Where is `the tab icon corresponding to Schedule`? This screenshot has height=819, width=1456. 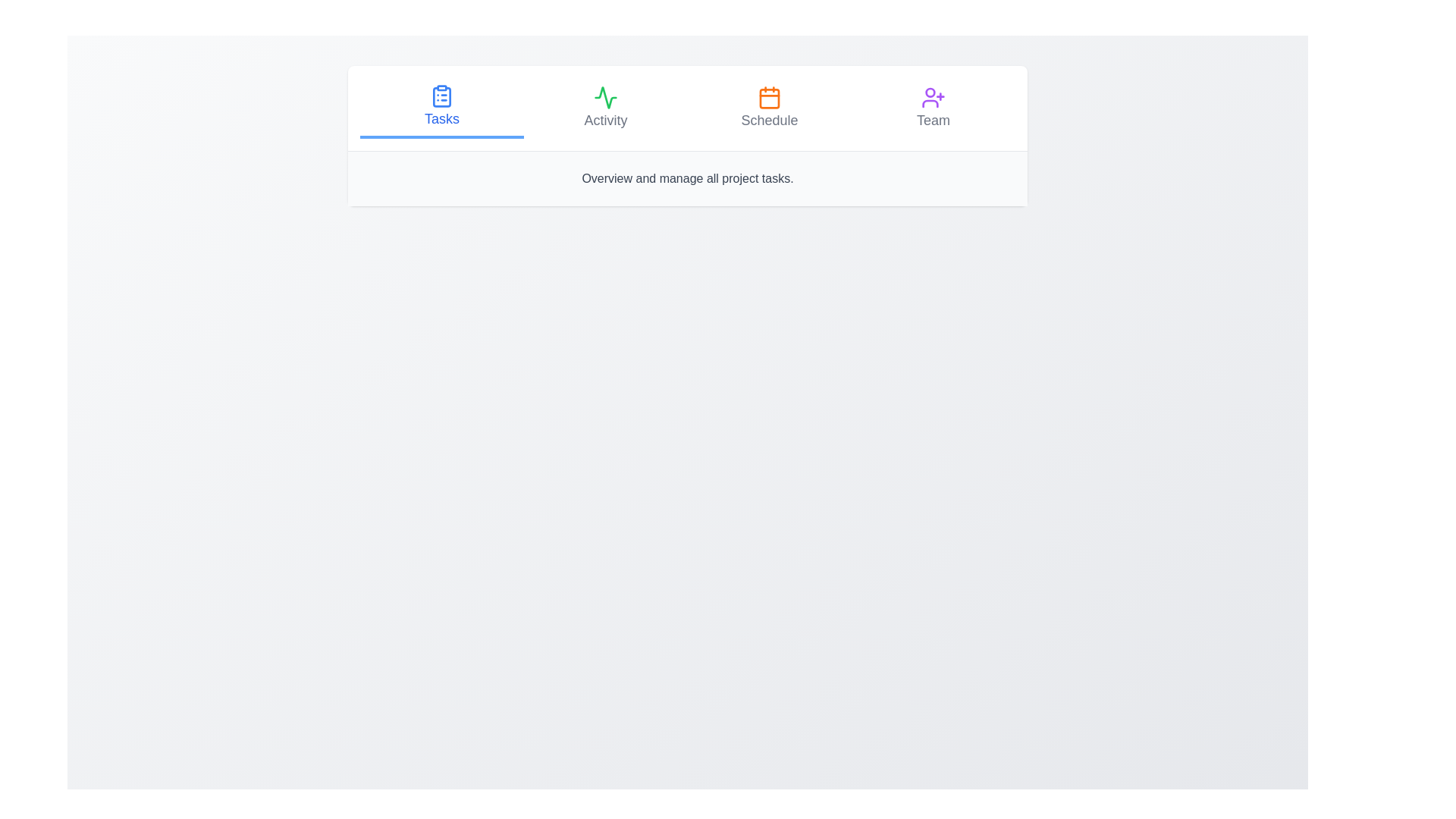
the tab icon corresponding to Schedule is located at coordinates (769, 97).